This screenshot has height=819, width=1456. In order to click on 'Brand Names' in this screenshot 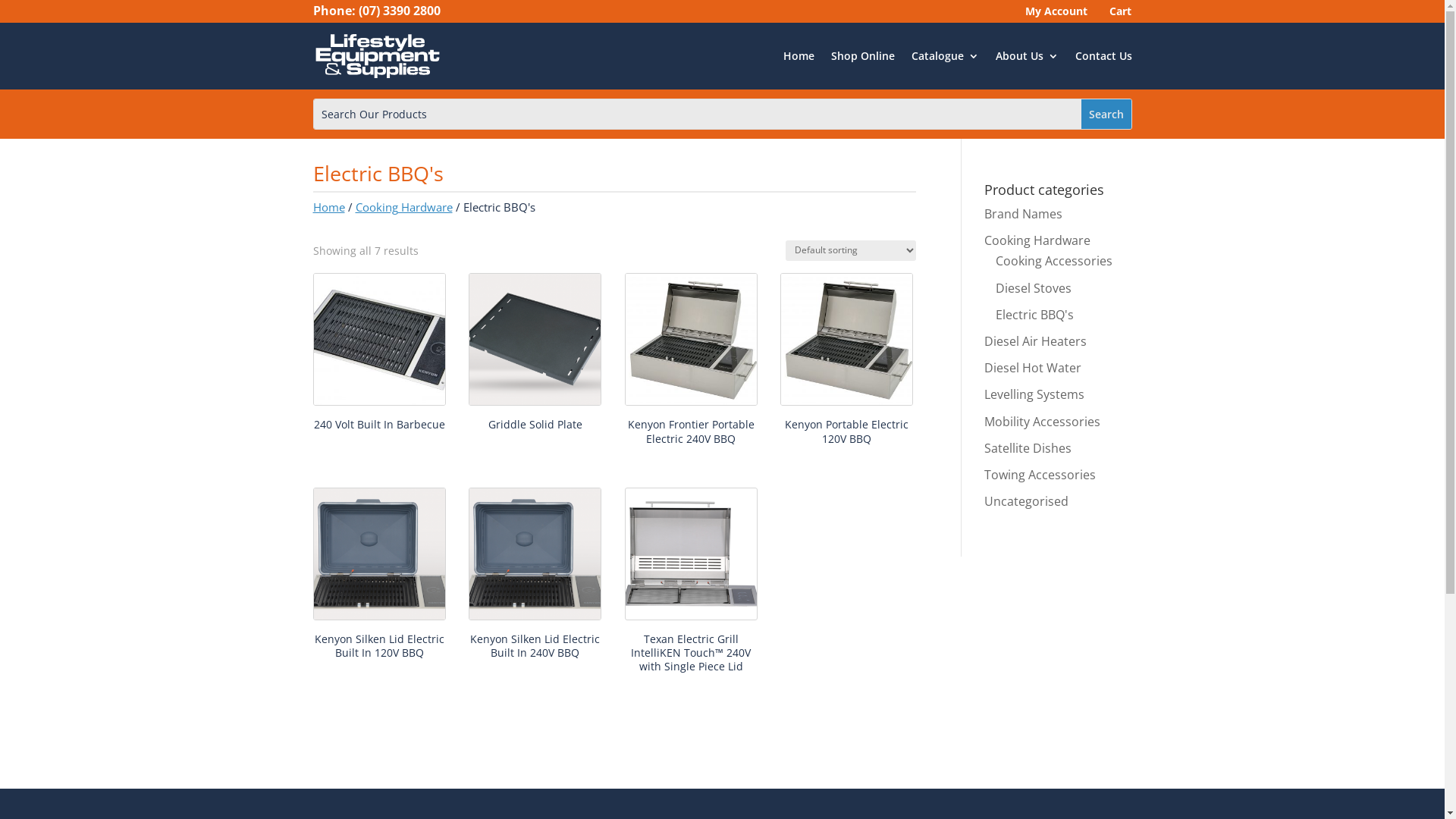, I will do `click(1023, 213)`.